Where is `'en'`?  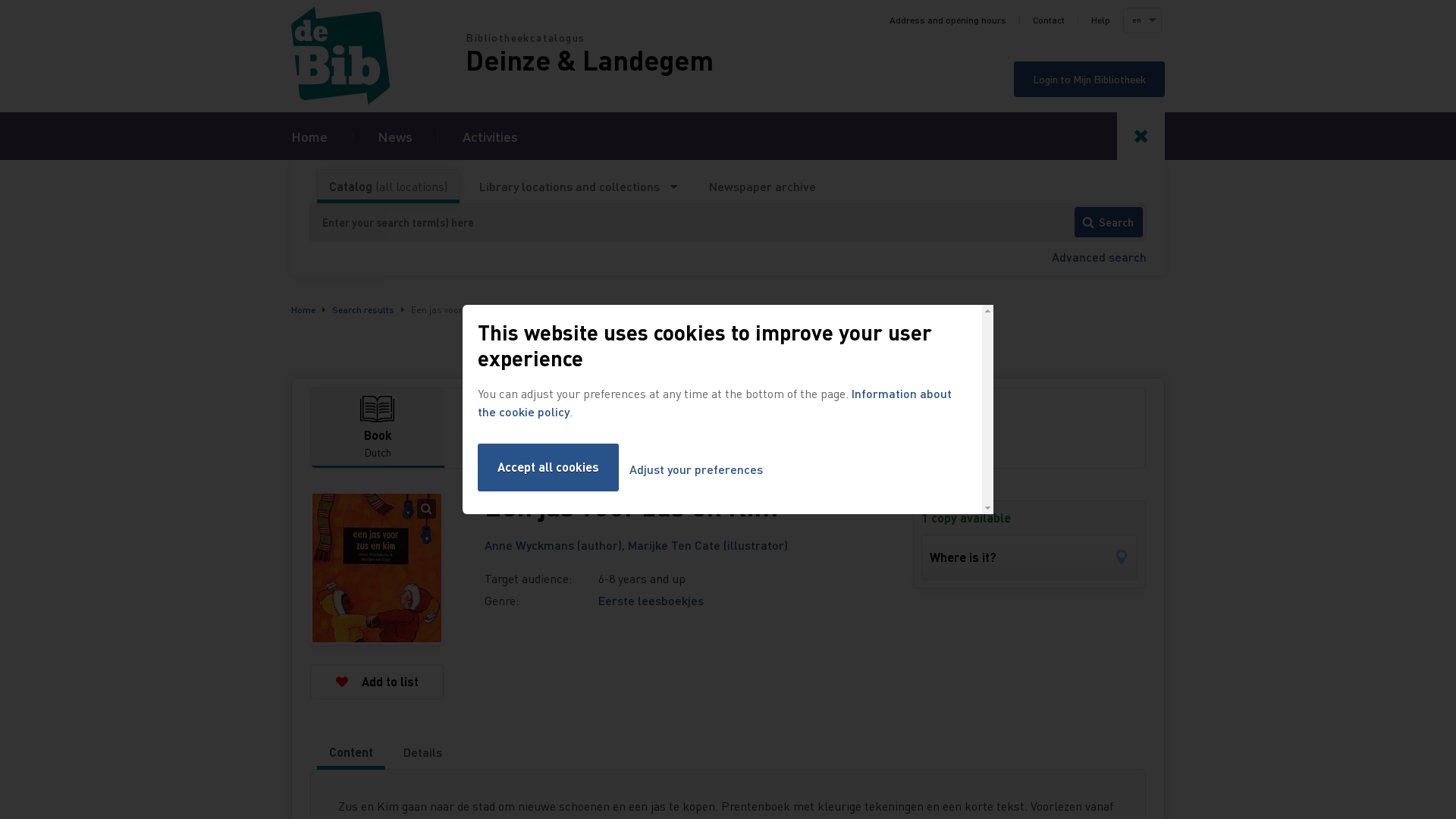 'en' is located at coordinates (1142, 20).